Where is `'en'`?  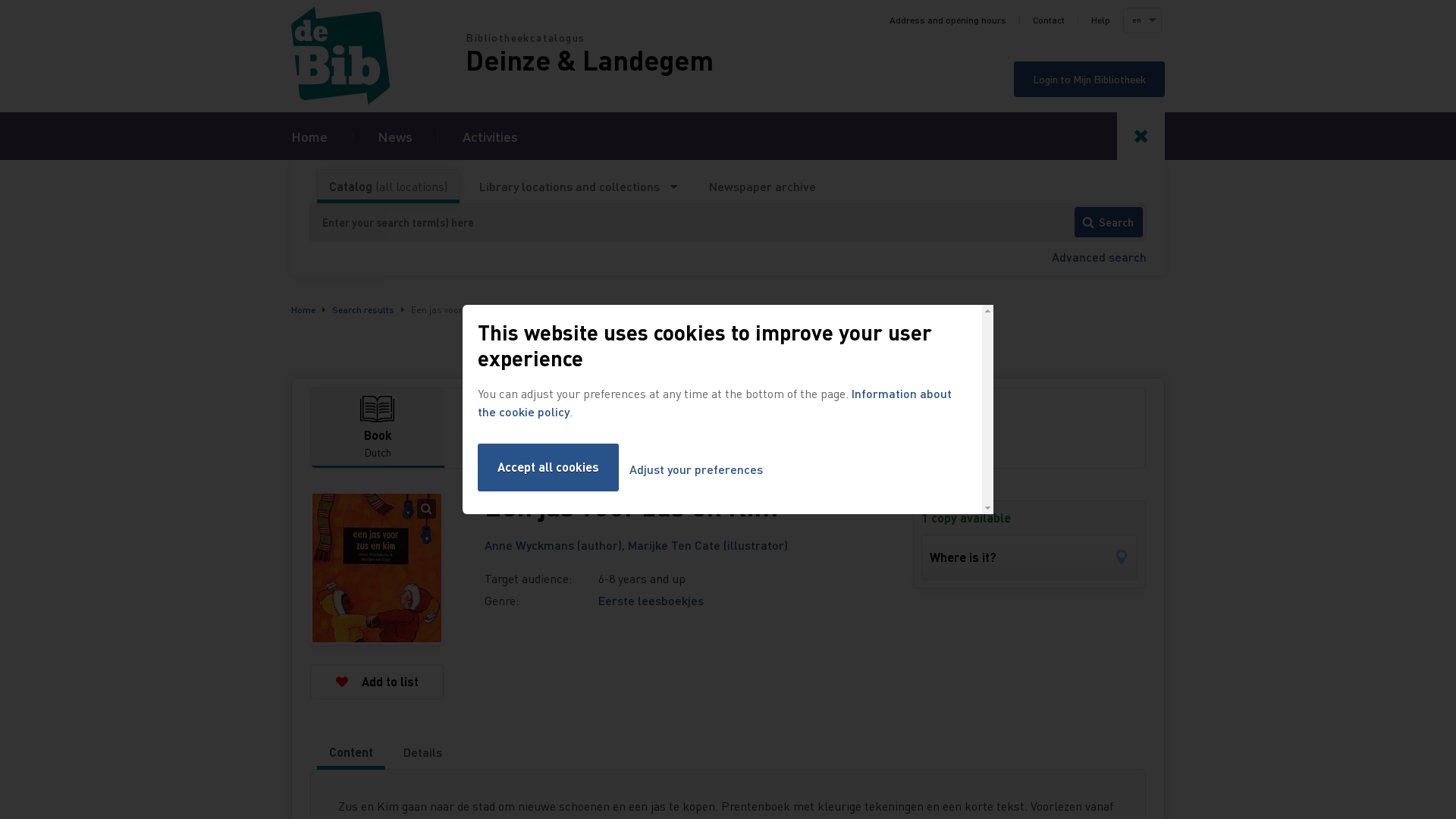 'en' is located at coordinates (1142, 20).